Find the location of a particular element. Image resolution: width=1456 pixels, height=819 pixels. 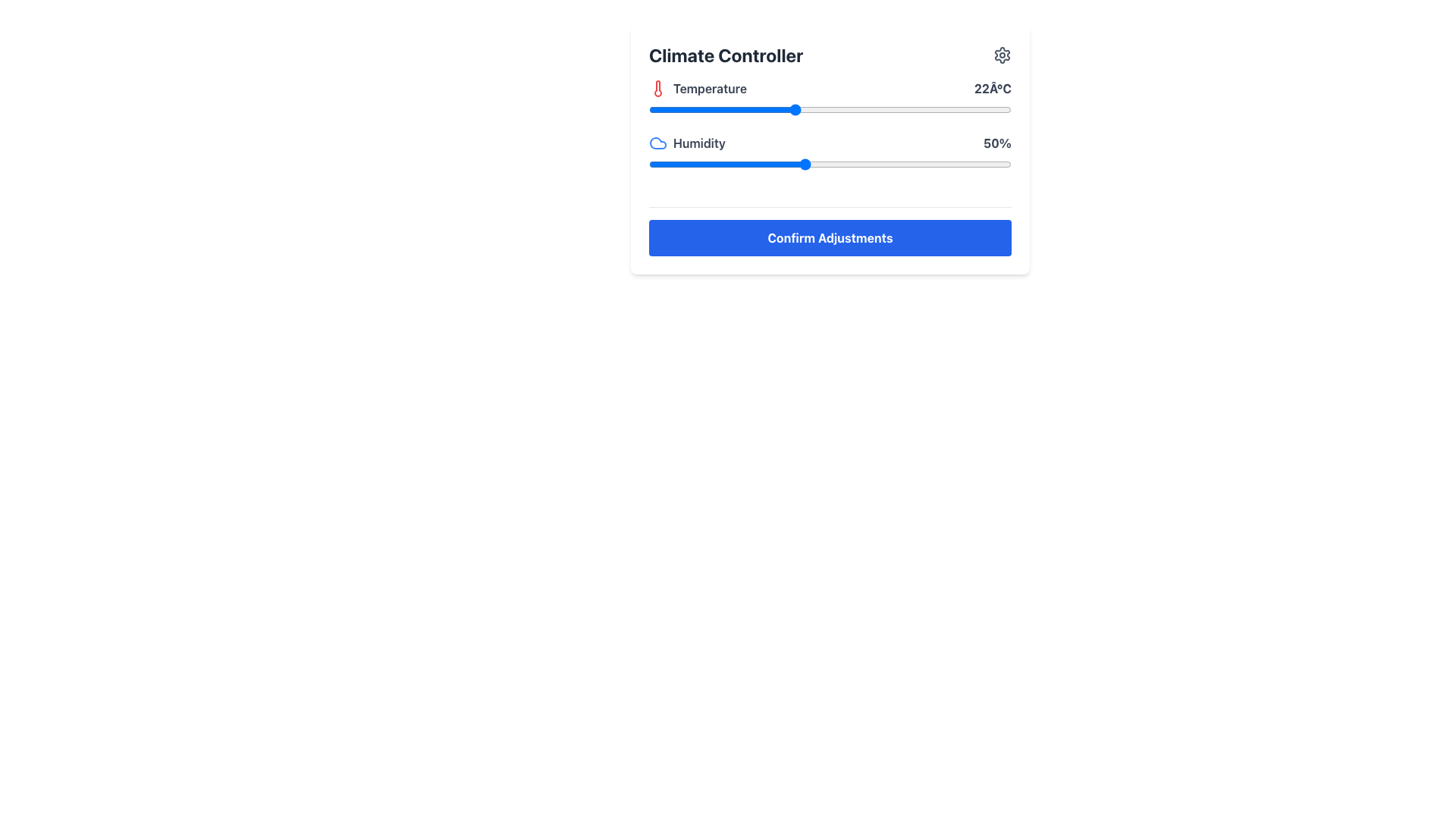

the cloud icon on the left side of the 'Humidity' label, which is styled in blue and represents a weather-related symbol is located at coordinates (686, 143).